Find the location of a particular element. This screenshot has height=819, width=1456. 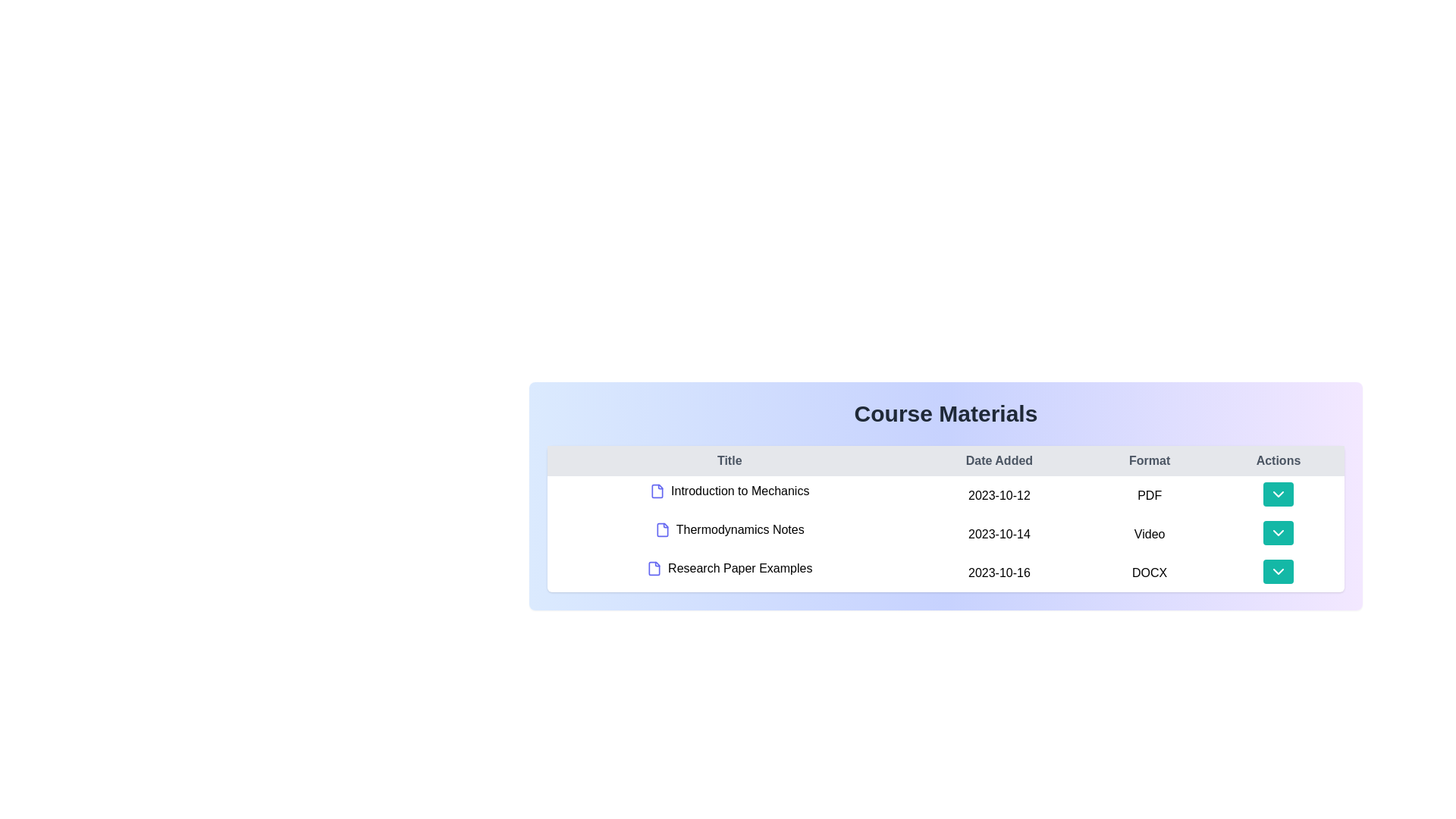

the file icon representing a document located in the last row of the table under the 'Title' column, preceding the text 'Research Paper Examples' is located at coordinates (654, 568).